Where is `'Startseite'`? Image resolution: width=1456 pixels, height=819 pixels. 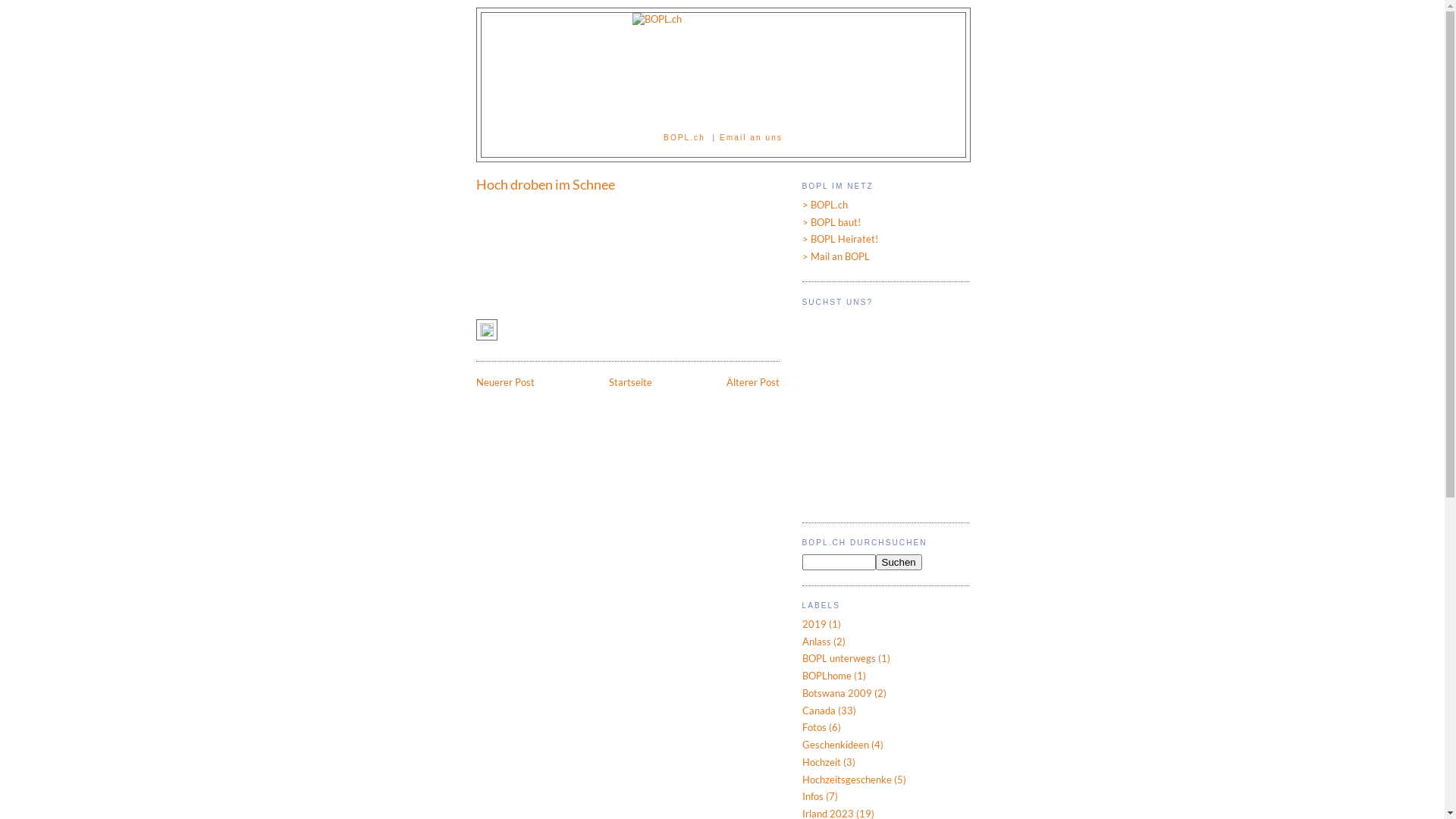 'Startseite' is located at coordinates (629, 381).